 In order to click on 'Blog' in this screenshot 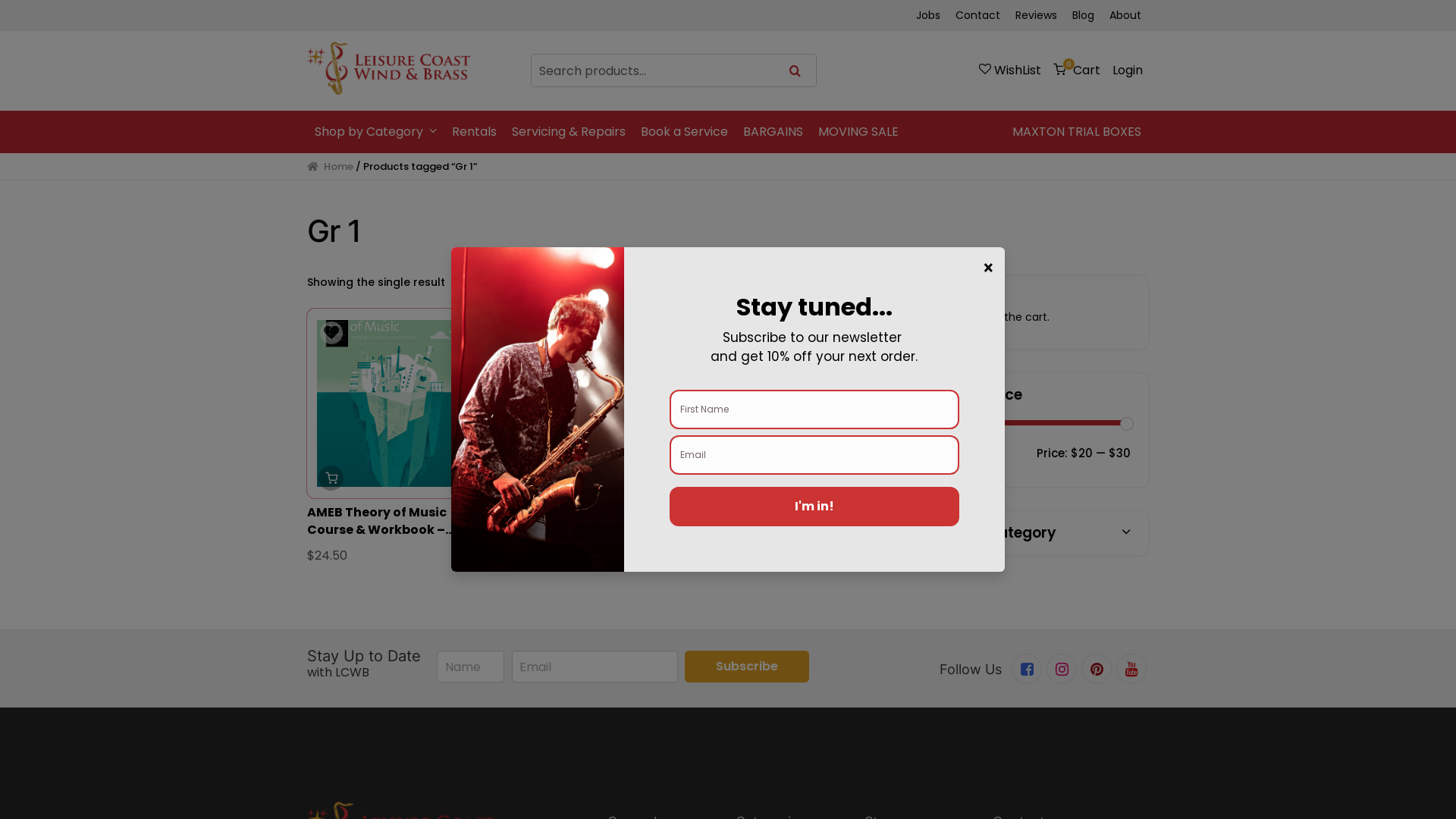, I will do `click(1082, 15)`.